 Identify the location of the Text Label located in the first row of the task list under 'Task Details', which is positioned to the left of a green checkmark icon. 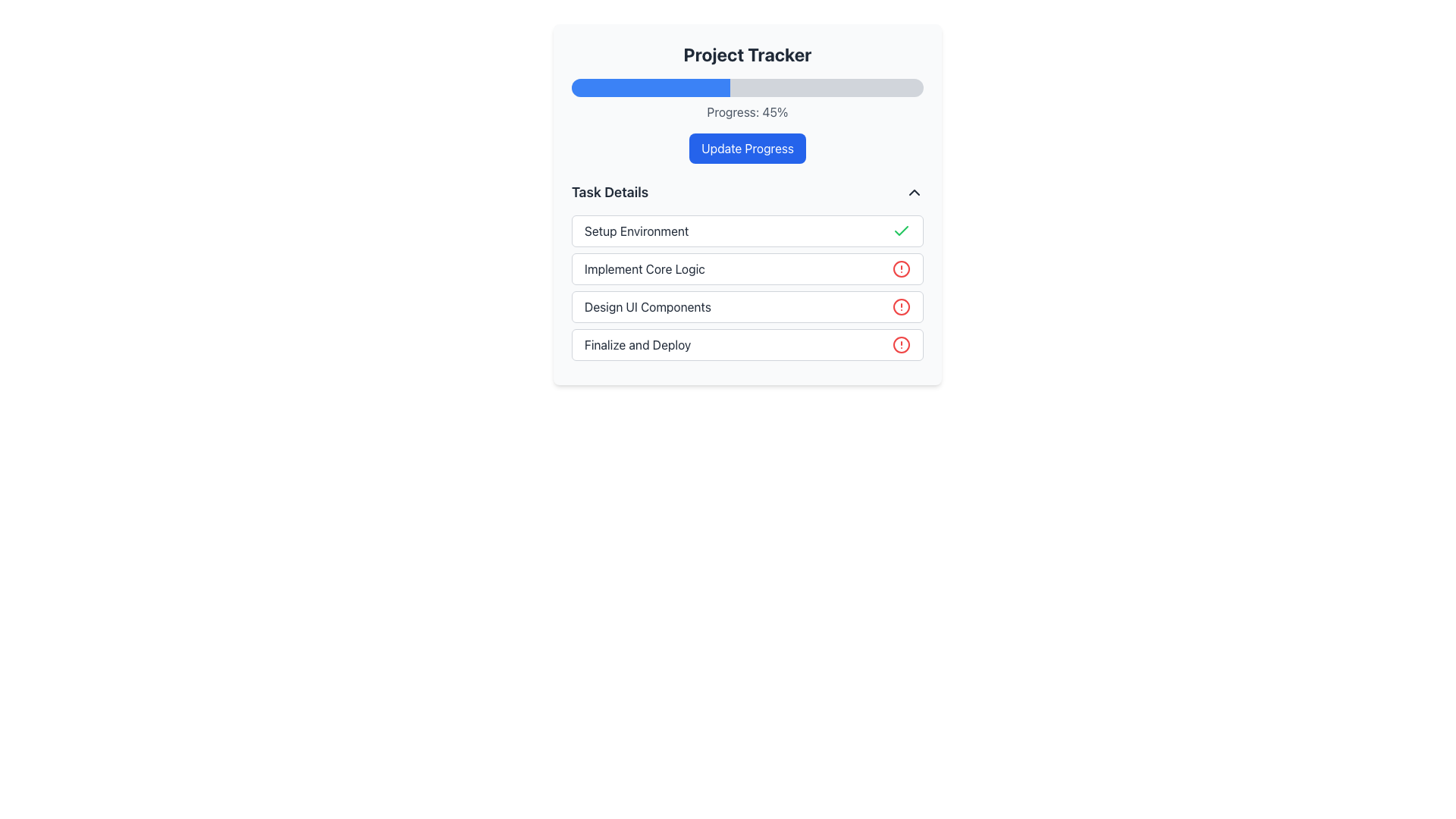
(636, 231).